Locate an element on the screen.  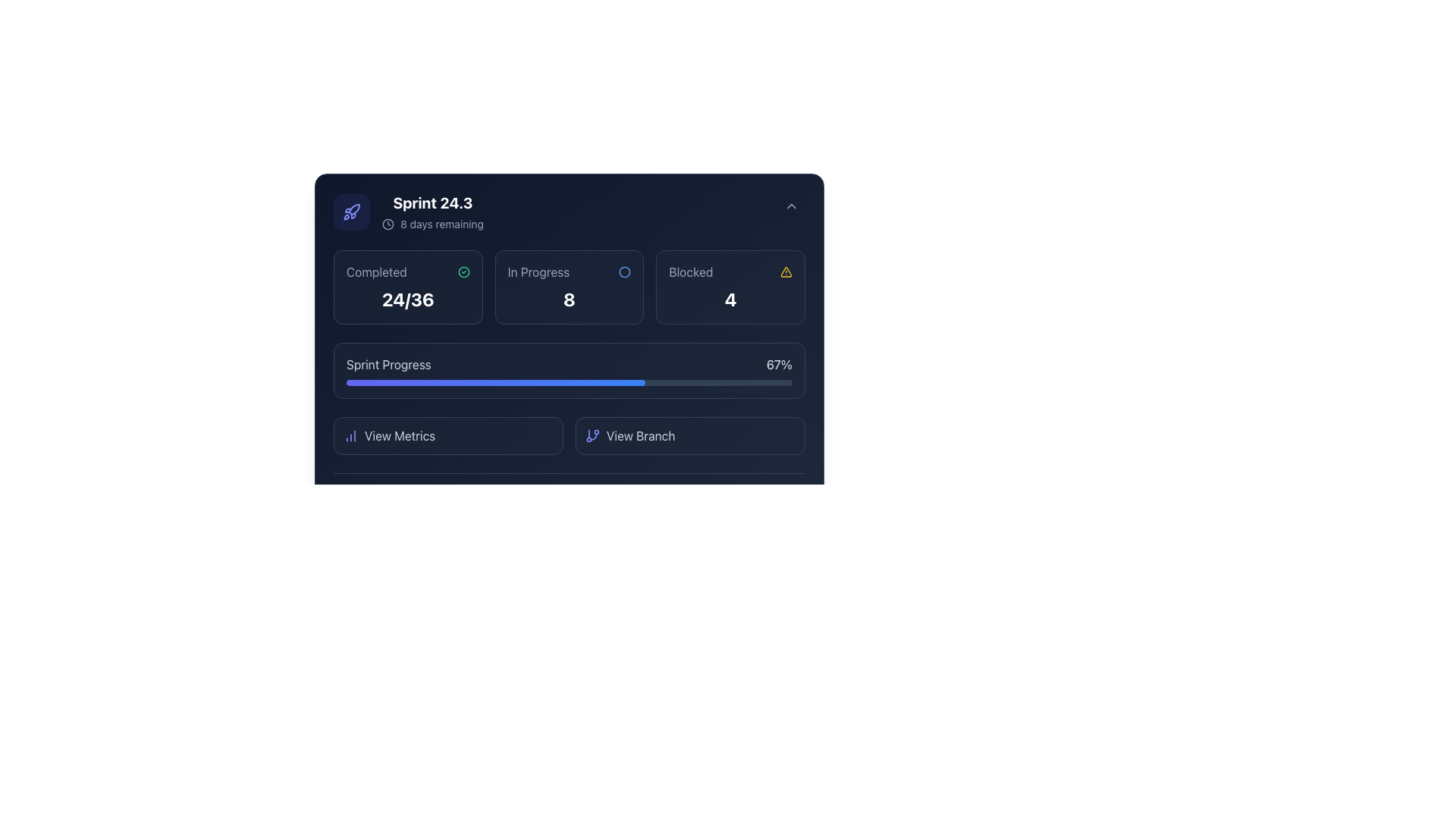
the circular status icon indicating 'In Progress', which is centered above the number '8' is located at coordinates (625, 271).